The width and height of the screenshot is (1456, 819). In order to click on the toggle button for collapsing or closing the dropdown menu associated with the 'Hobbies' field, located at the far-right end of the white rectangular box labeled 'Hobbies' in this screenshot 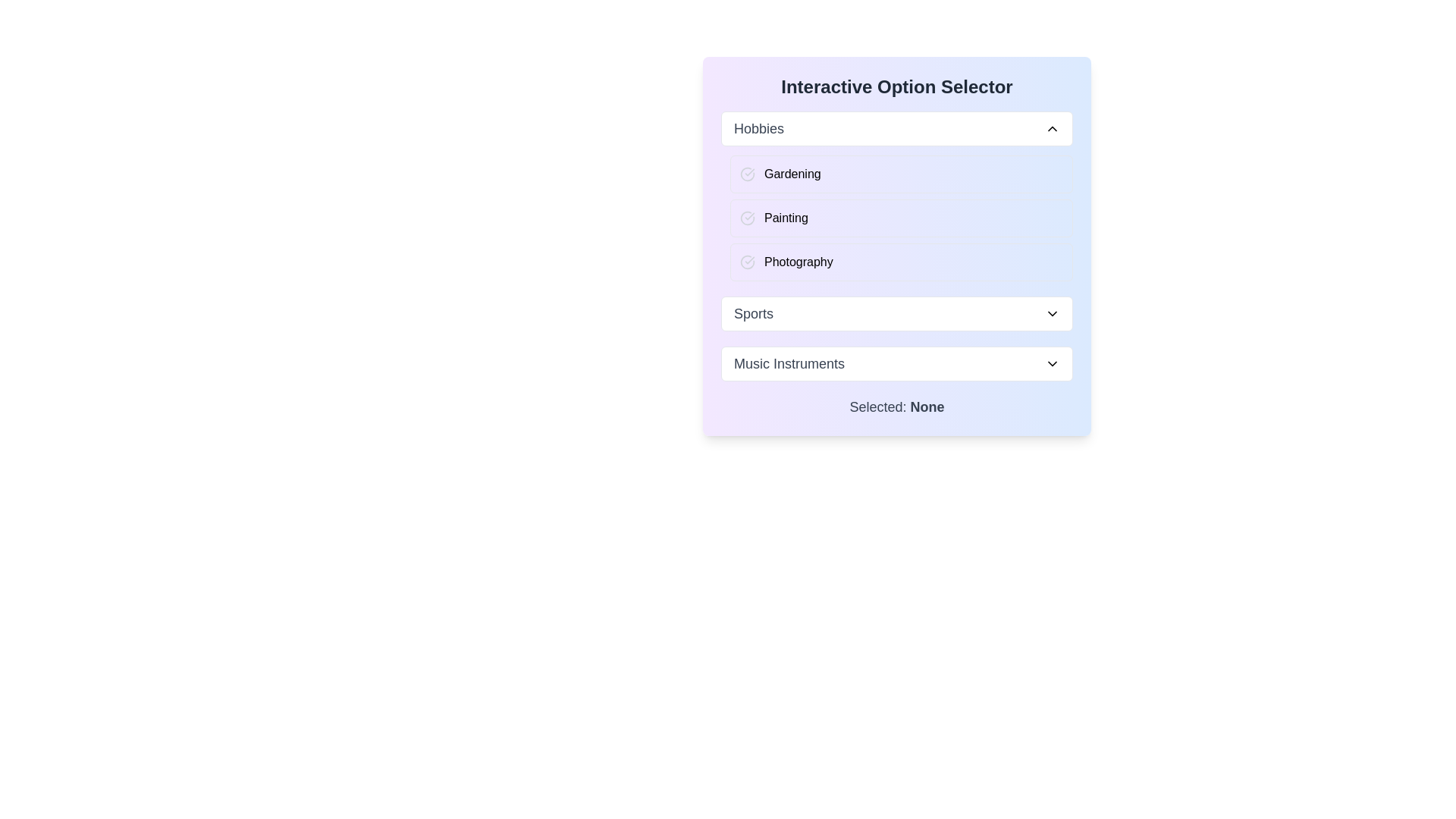, I will do `click(1051, 127)`.